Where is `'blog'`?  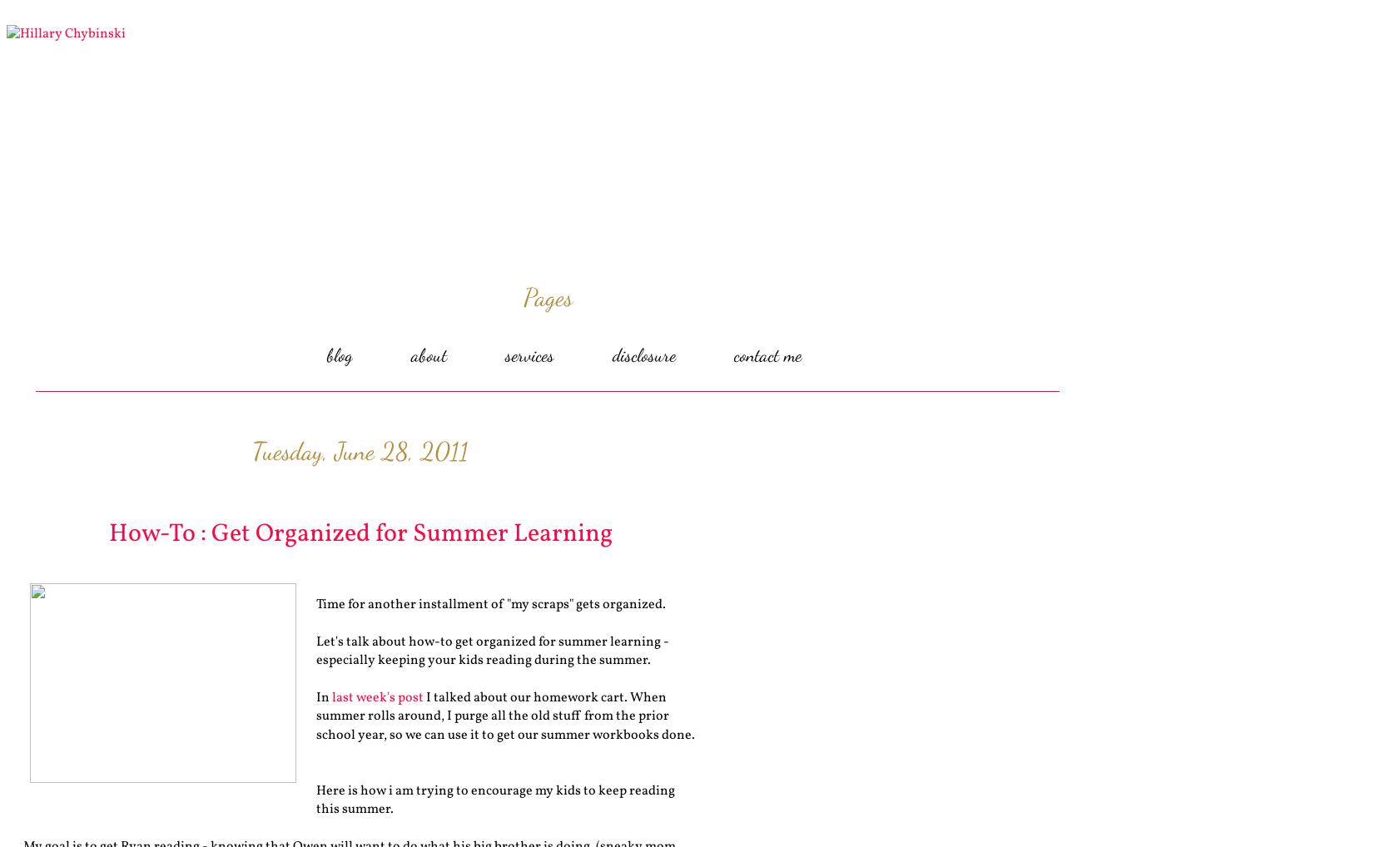 'blog' is located at coordinates (338, 354).